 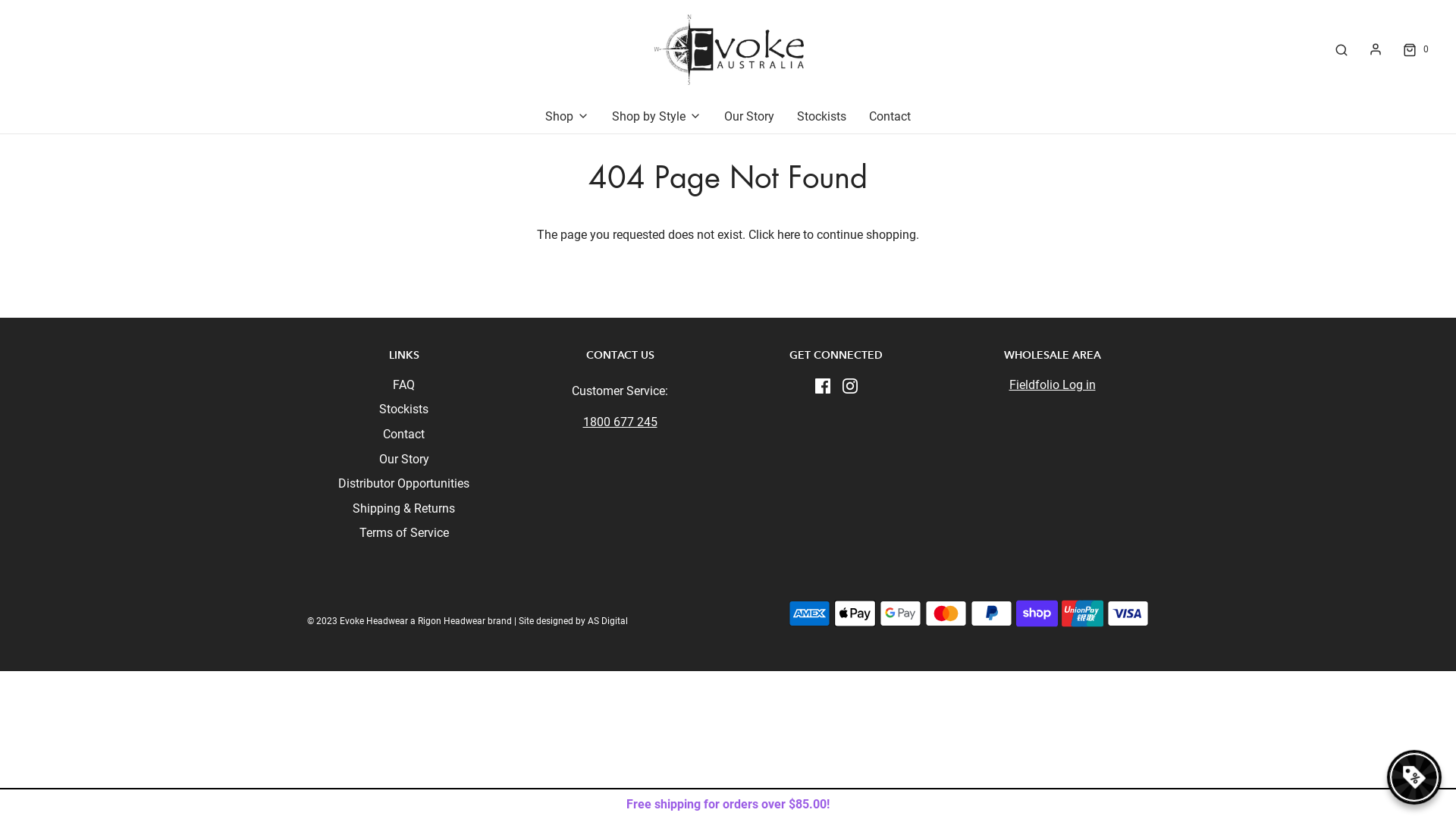 What do you see at coordinates (1414, 49) in the screenshot?
I see `'0'` at bounding box center [1414, 49].